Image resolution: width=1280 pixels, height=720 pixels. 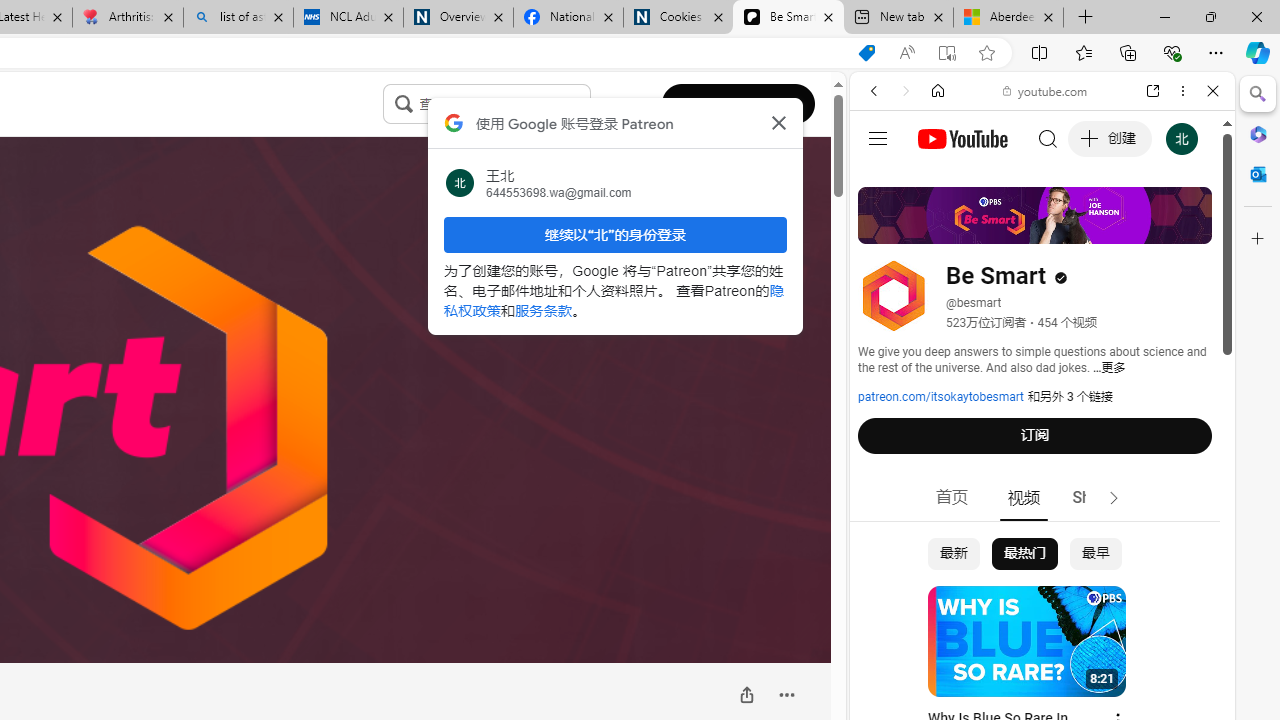 What do you see at coordinates (881, 180) in the screenshot?
I see `'Web scope'` at bounding box center [881, 180].